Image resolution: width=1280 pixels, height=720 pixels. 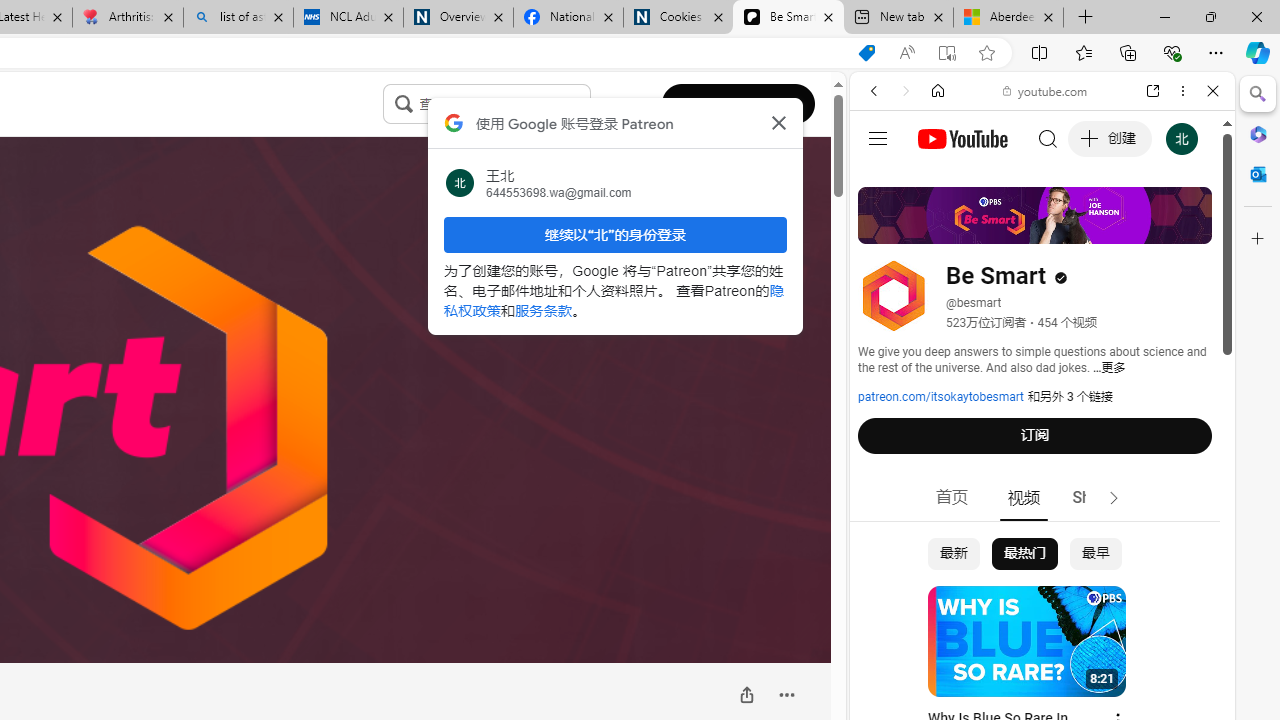 What do you see at coordinates (881, 180) in the screenshot?
I see `'Web scope'` at bounding box center [881, 180].